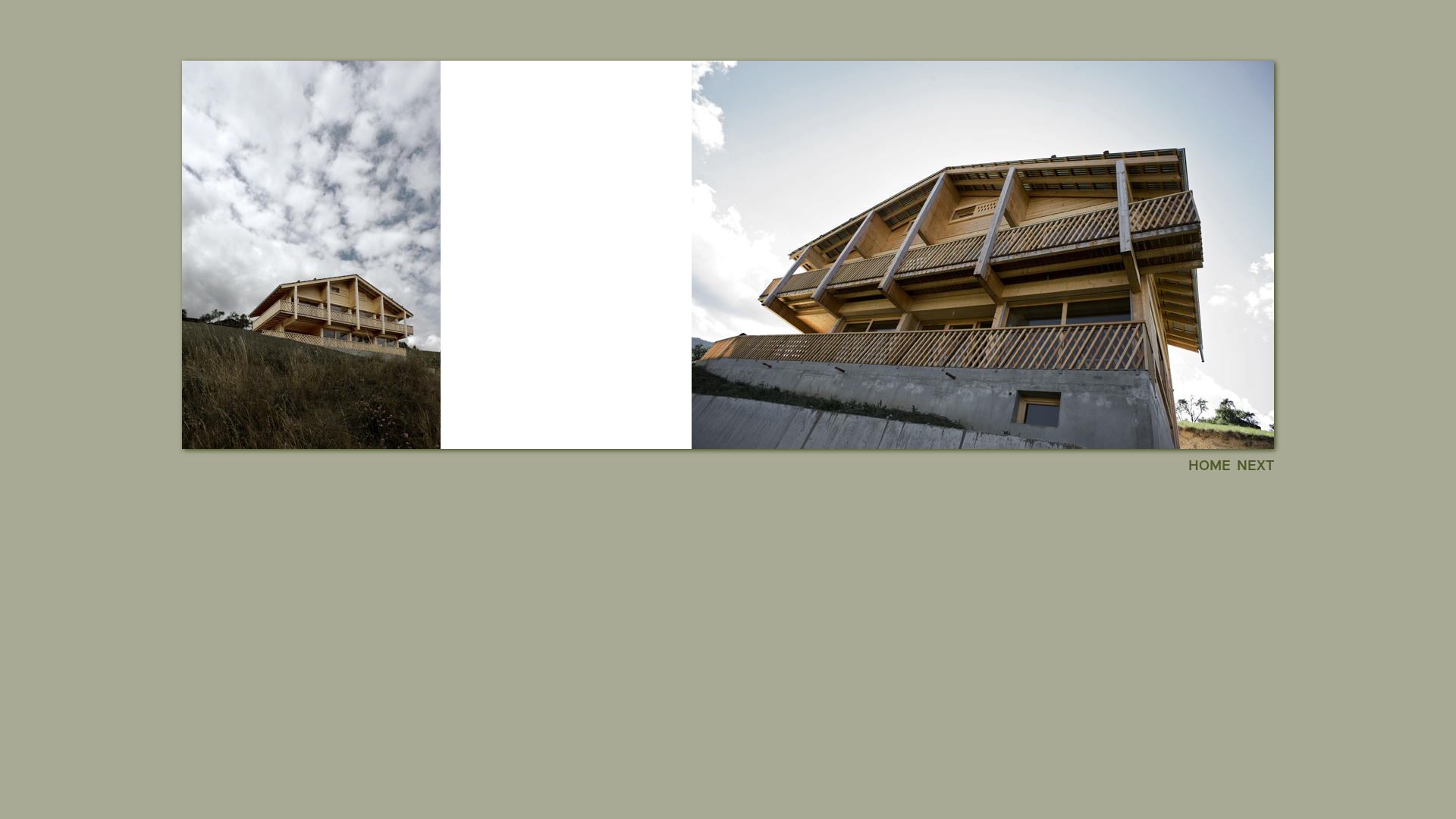 The image size is (1456, 819). What do you see at coordinates (1237, 465) in the screenshot?
I see `'NEXT'` at bounding box center [1237, 465].